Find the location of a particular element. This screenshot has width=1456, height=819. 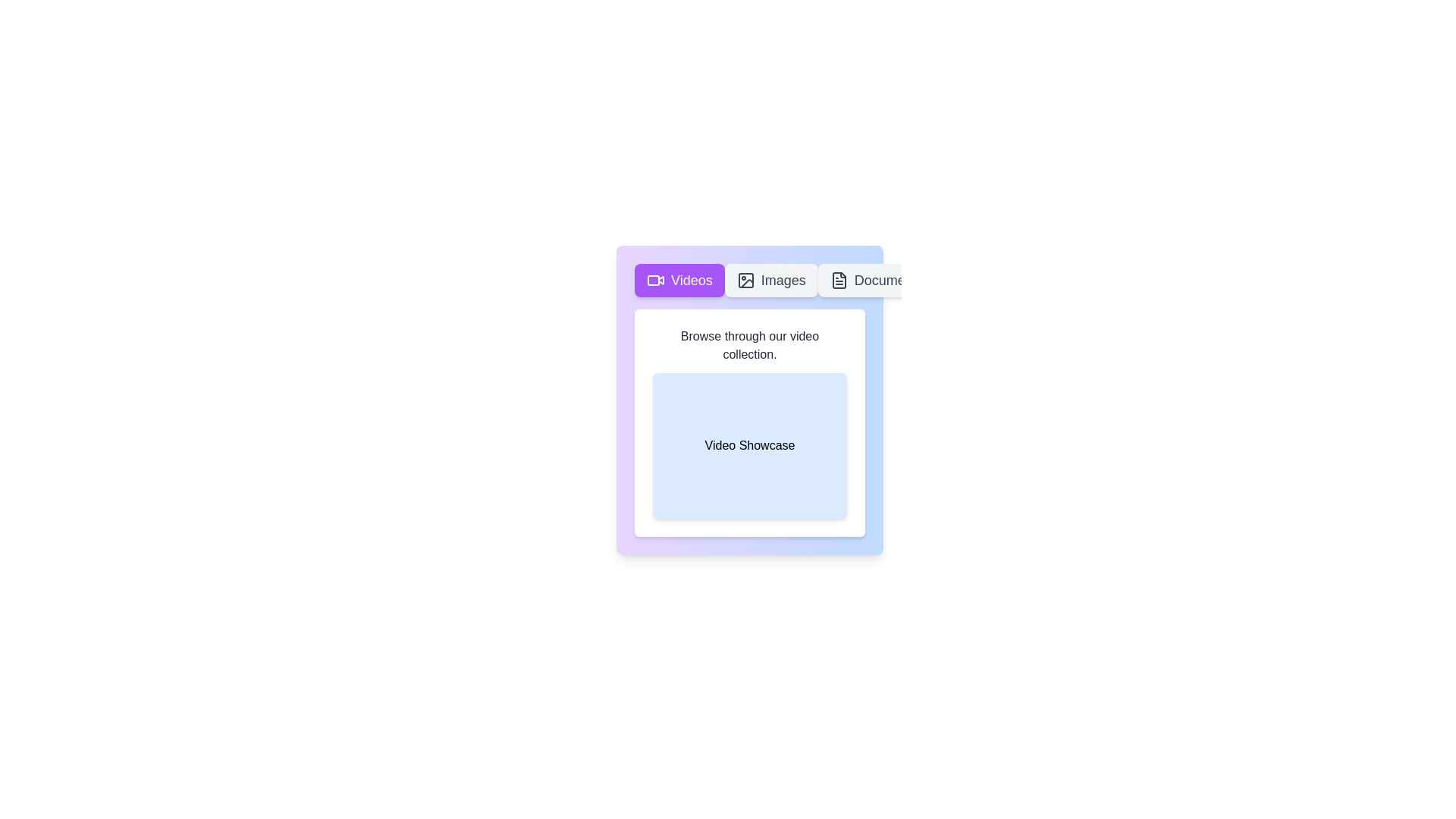

the stylized document icon is located at coordinates (838, 281).